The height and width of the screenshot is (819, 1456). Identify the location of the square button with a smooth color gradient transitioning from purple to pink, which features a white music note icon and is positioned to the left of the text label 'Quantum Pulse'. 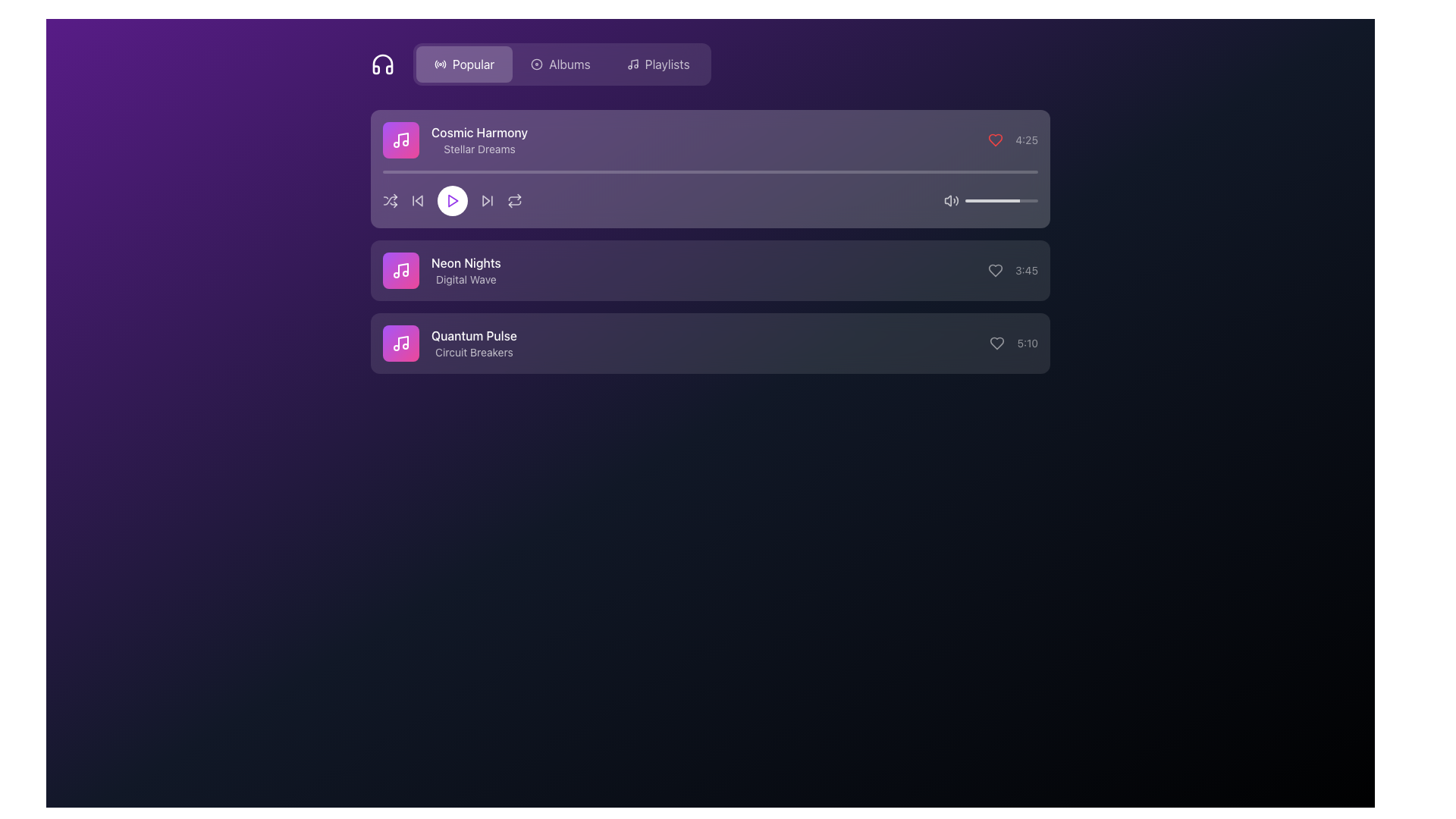
(400, 343).